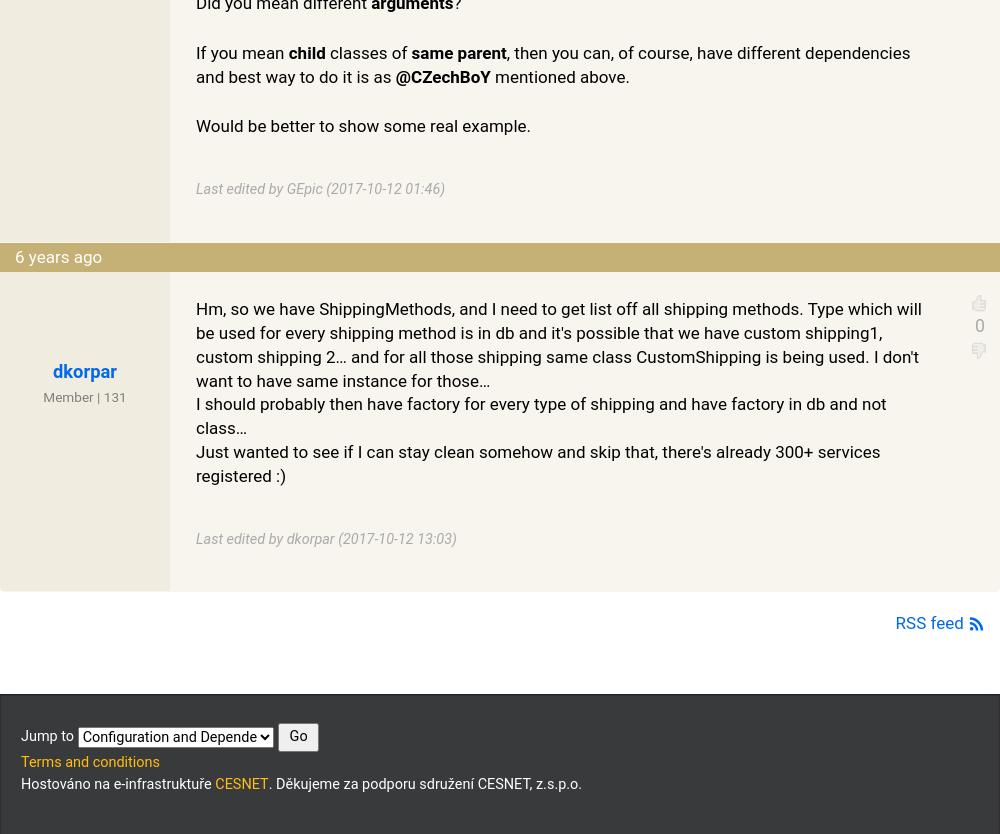  I want to click on 'Just wanted to see if I can stay clean somehow and skip that, there's already
300+ services registered :)', so click(538, 463).